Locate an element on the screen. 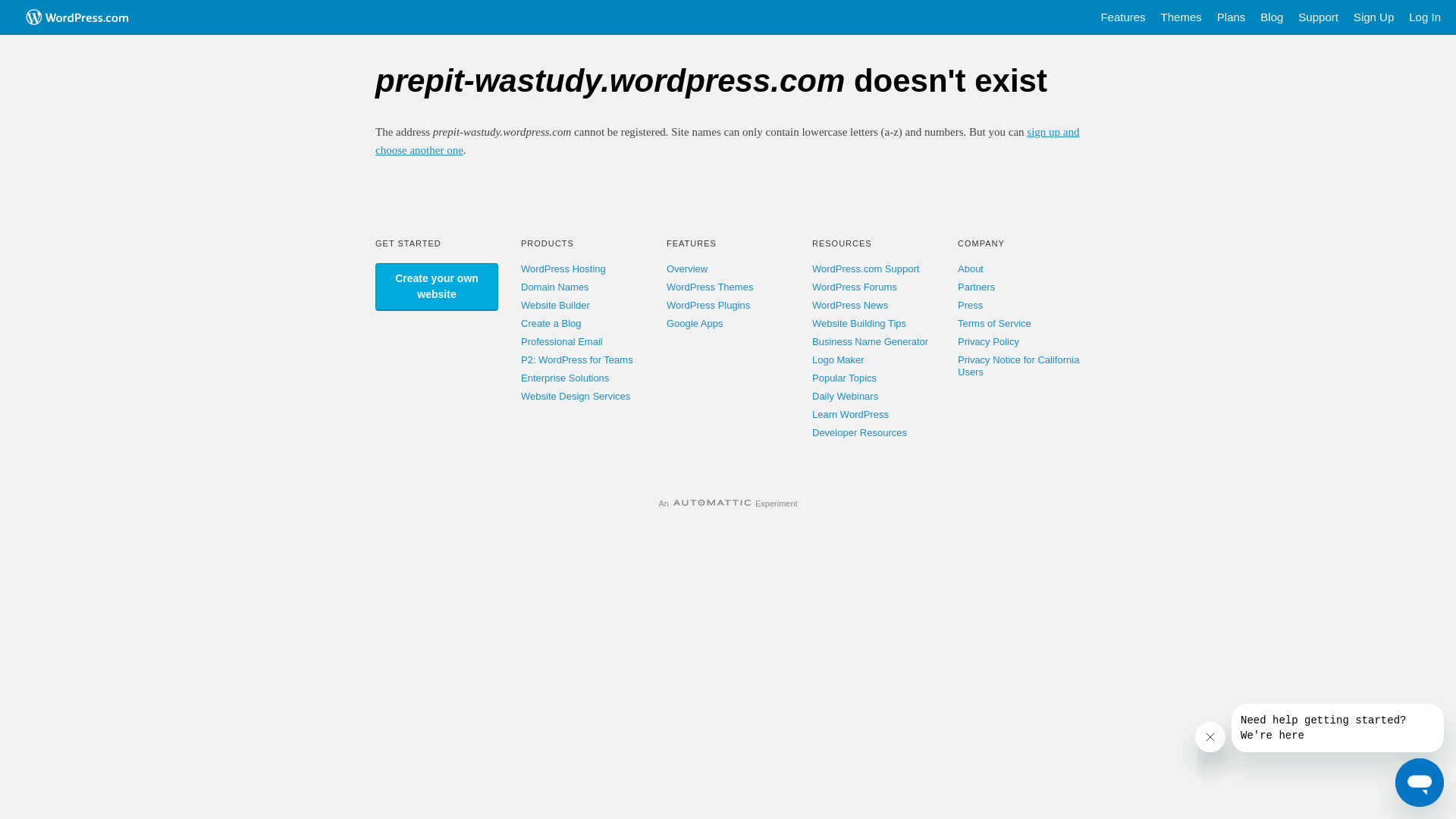 The width and height of the screenshot is (1456, 819). 'Google Apps' is located at coordinates (694, 322).